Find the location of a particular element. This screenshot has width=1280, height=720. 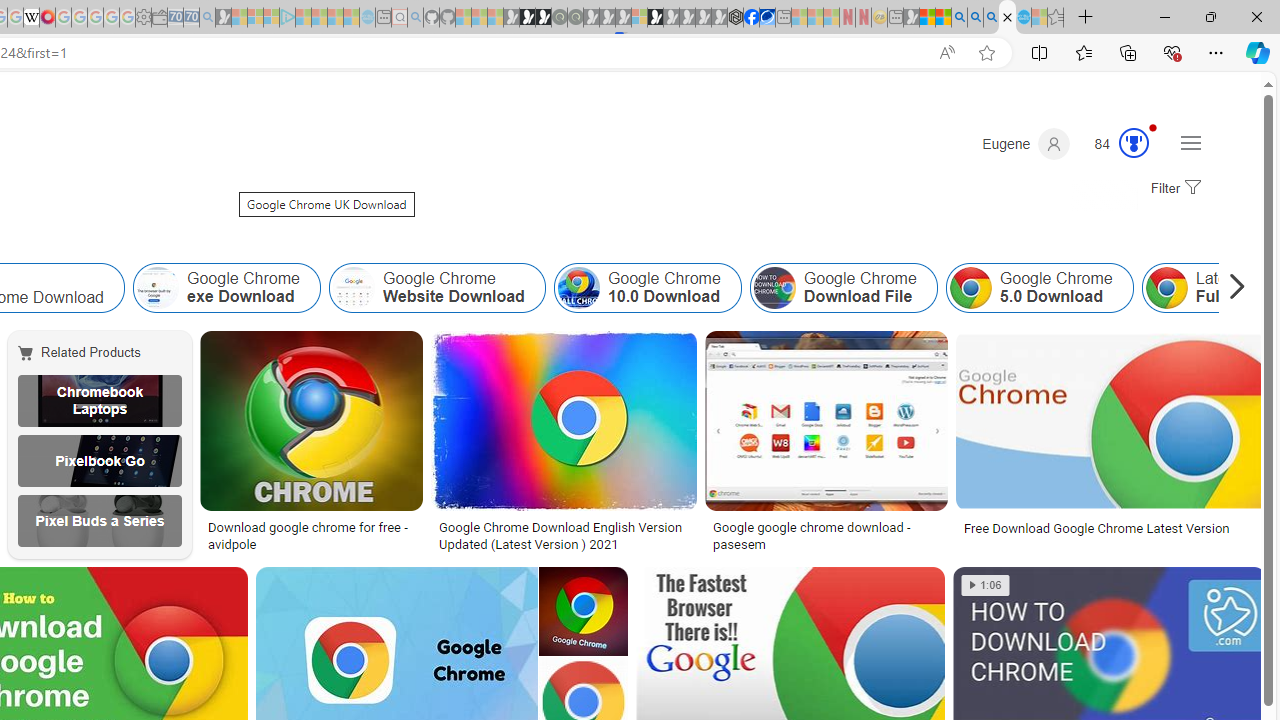

'Google Pixelbook Go UK' is located at coordinates (98, 460).